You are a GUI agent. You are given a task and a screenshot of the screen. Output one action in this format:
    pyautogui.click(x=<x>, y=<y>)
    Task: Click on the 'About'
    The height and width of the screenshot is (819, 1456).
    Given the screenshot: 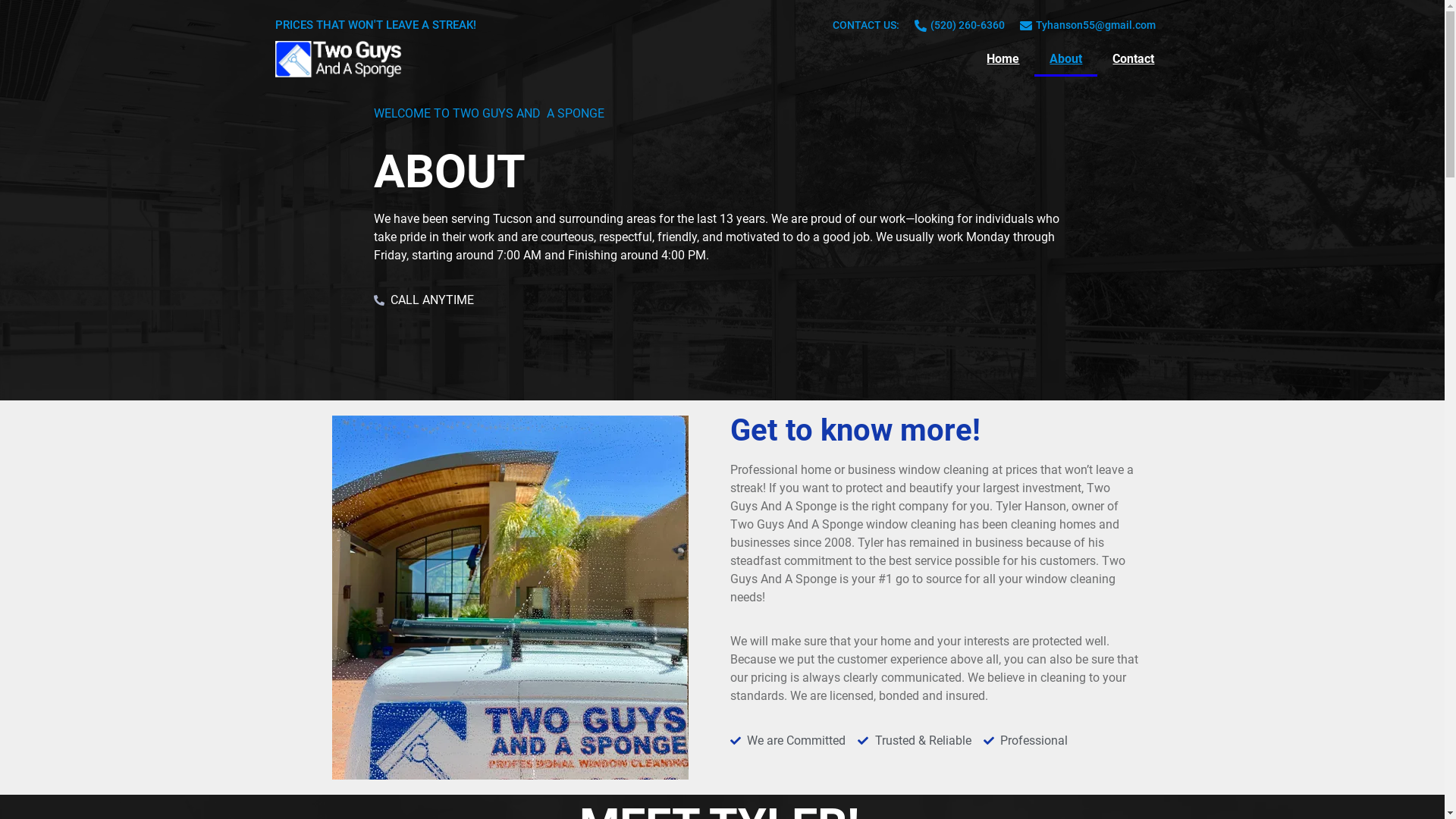 What is the action you would take?
    pyautogui.click(x=1065, y=58)
    